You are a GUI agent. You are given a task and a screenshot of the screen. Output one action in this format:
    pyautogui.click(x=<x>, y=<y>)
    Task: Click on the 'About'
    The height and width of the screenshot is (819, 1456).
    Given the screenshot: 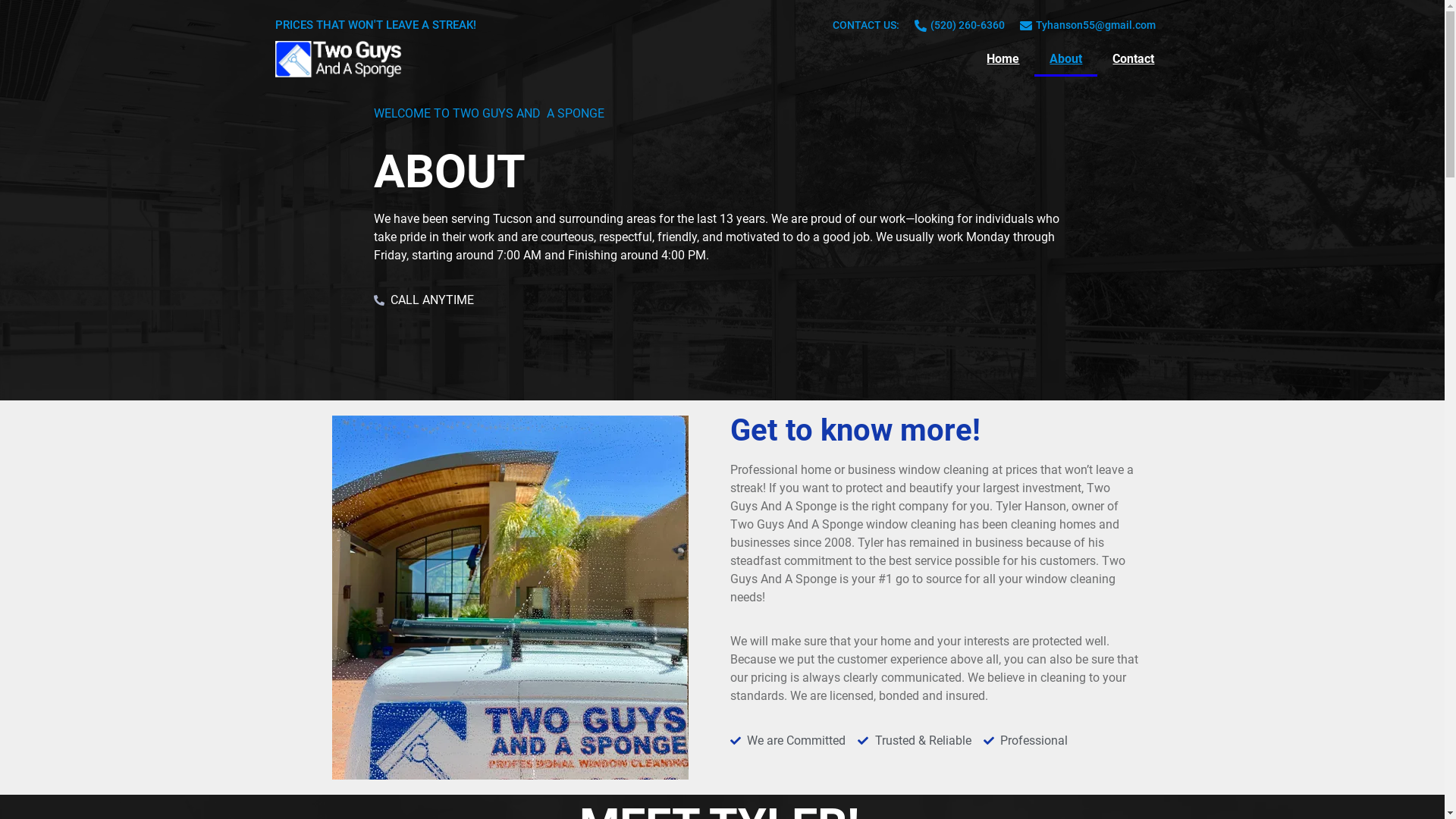 What is the action you would take?
    pyautogui.click(x=1065, y=58)
    